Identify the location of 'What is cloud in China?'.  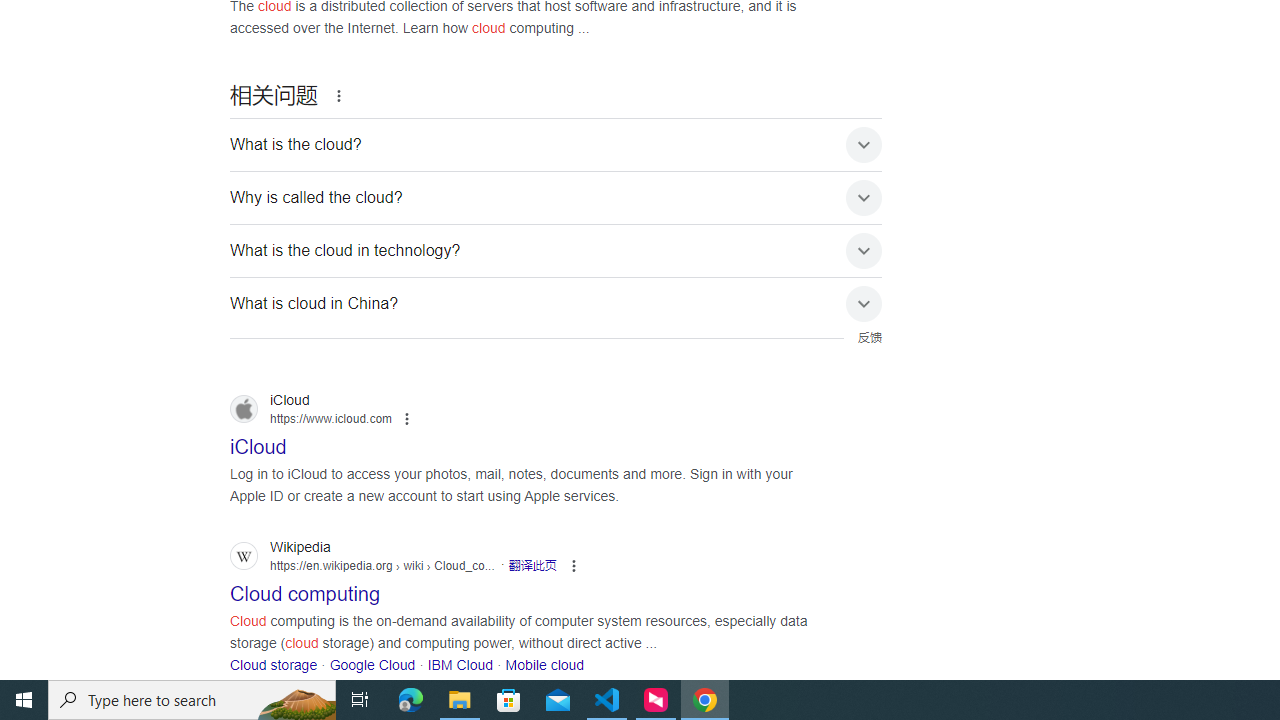
(556, 304).